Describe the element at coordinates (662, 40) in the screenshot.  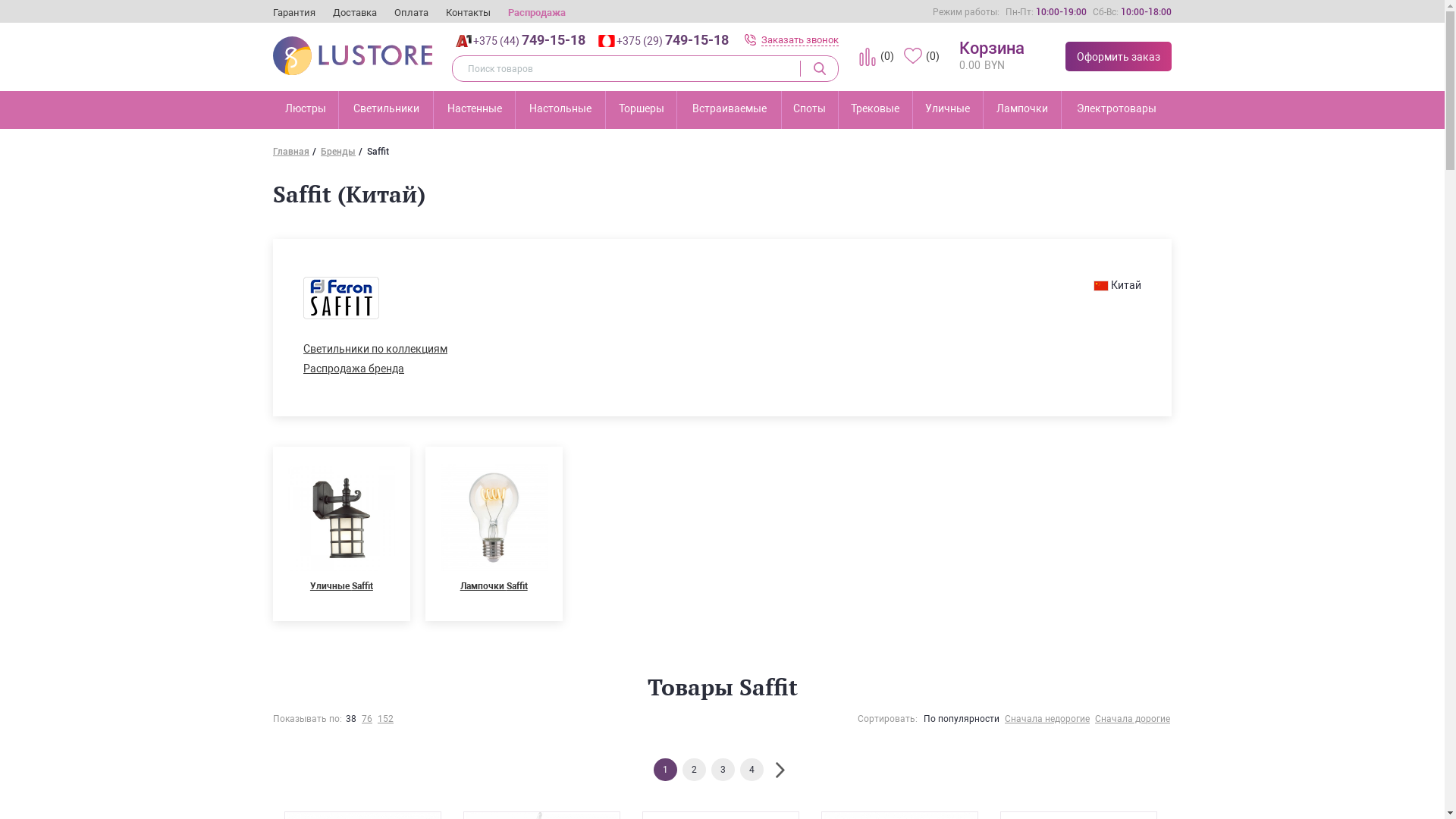
I see `'+375 (29) 749-15-18'` at that location.